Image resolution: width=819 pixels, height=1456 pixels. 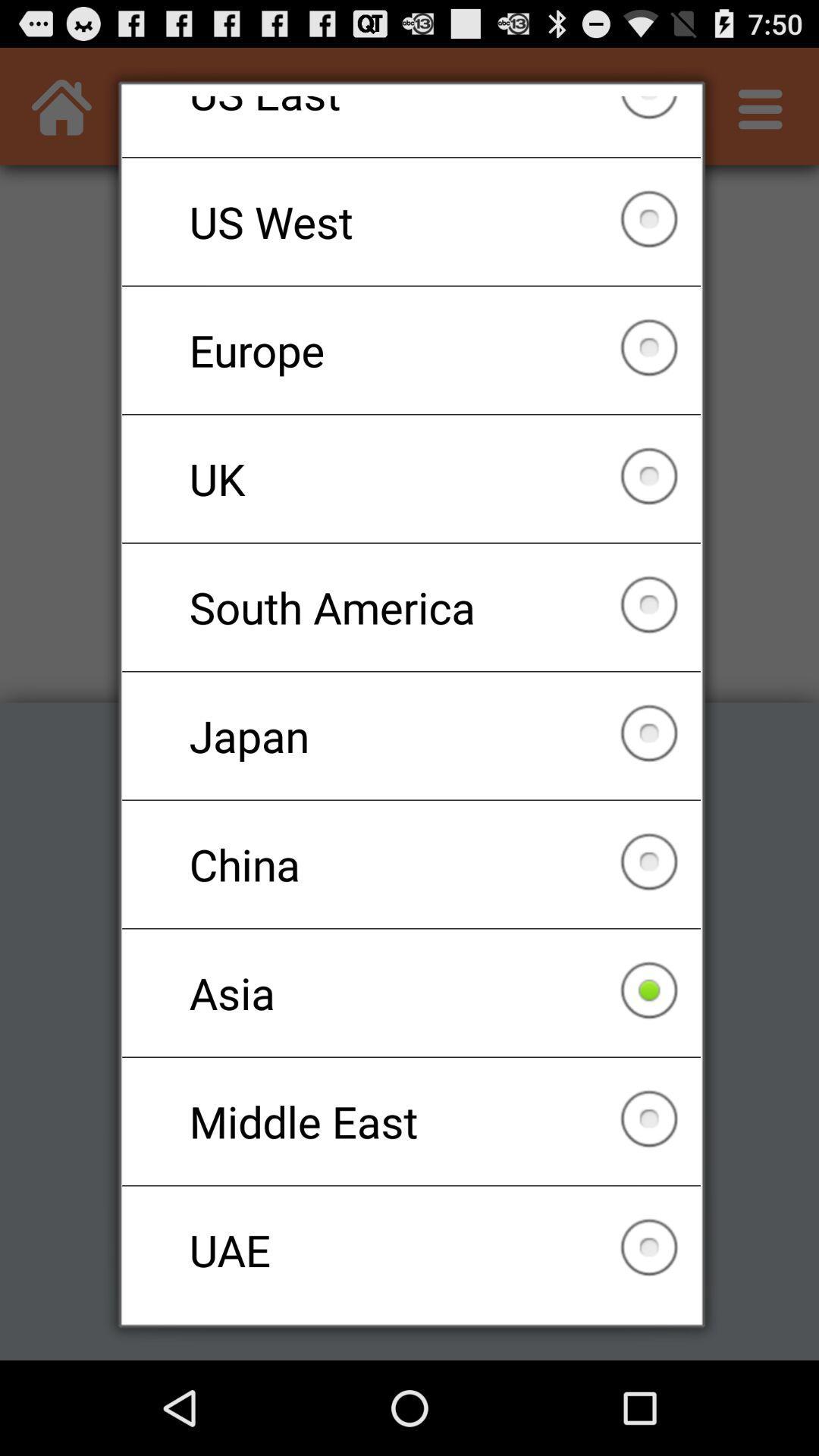 I want to click on the     china item, so click(x=411, y=864).